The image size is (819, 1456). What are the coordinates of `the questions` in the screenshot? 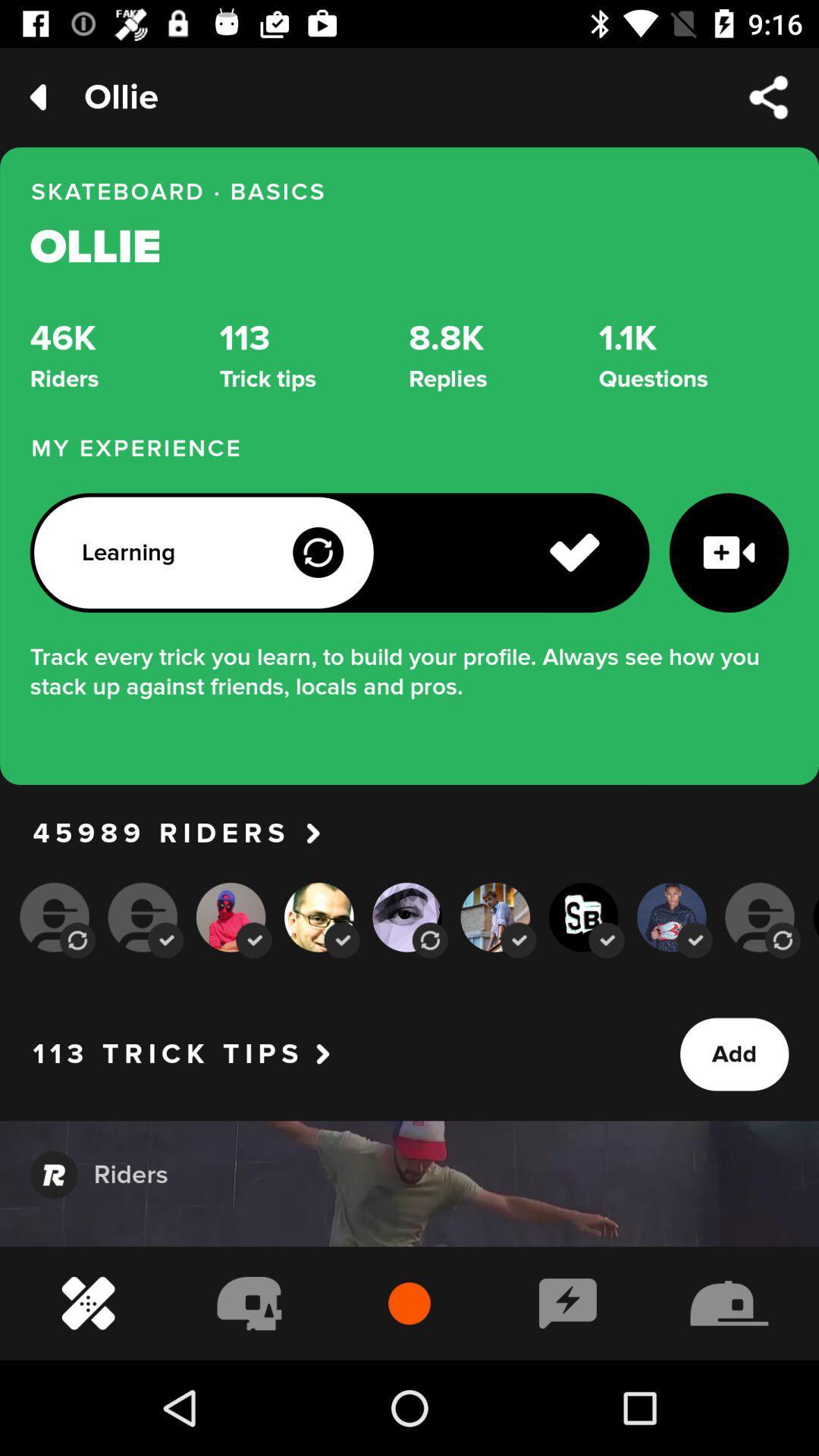 It's located at (693, 355).